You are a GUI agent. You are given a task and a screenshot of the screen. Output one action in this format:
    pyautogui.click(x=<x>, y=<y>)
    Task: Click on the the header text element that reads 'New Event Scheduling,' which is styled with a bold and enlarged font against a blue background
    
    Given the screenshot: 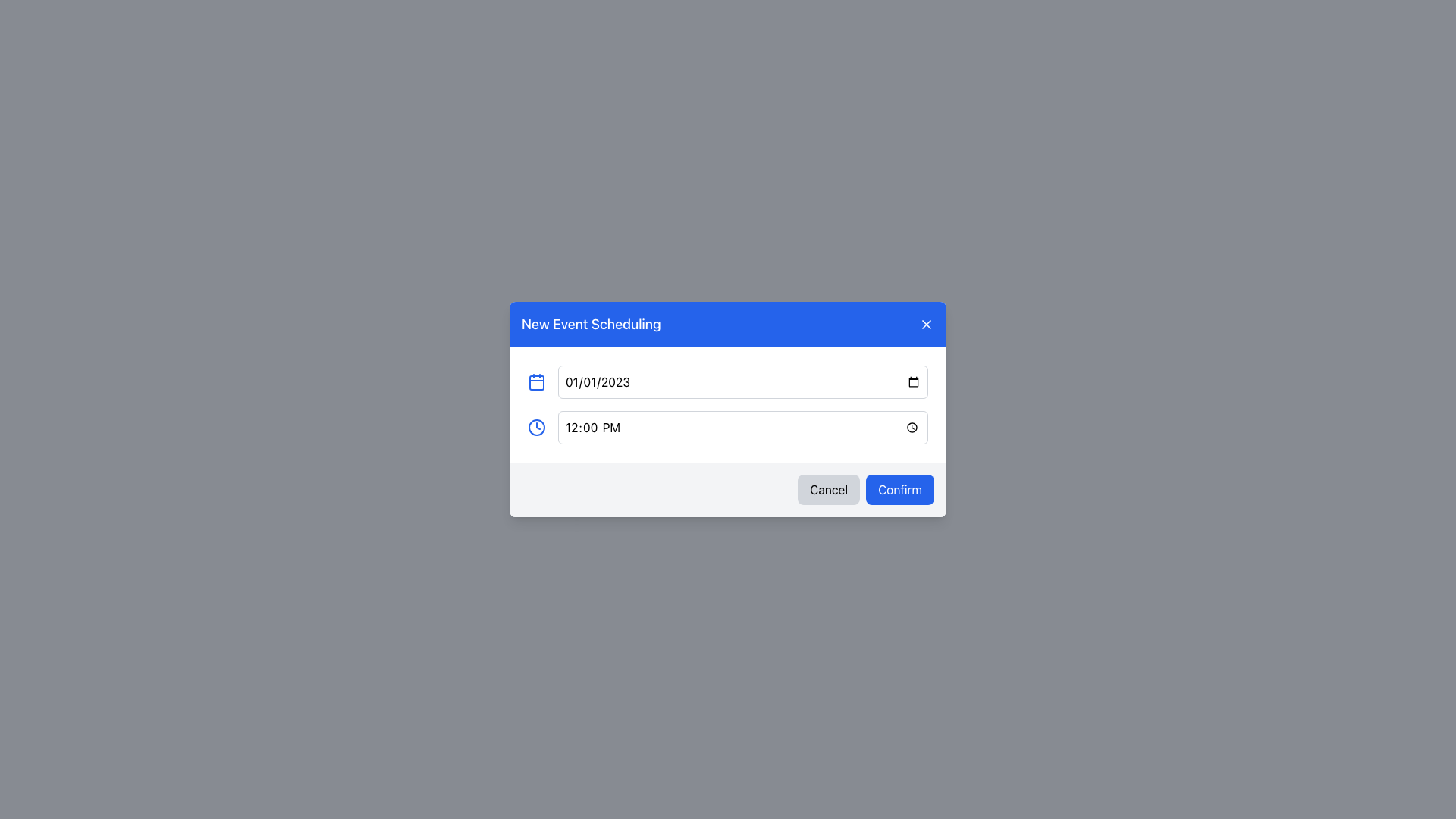 What is the action you would take?
    pyautogui.click(x=590, y=324)
    